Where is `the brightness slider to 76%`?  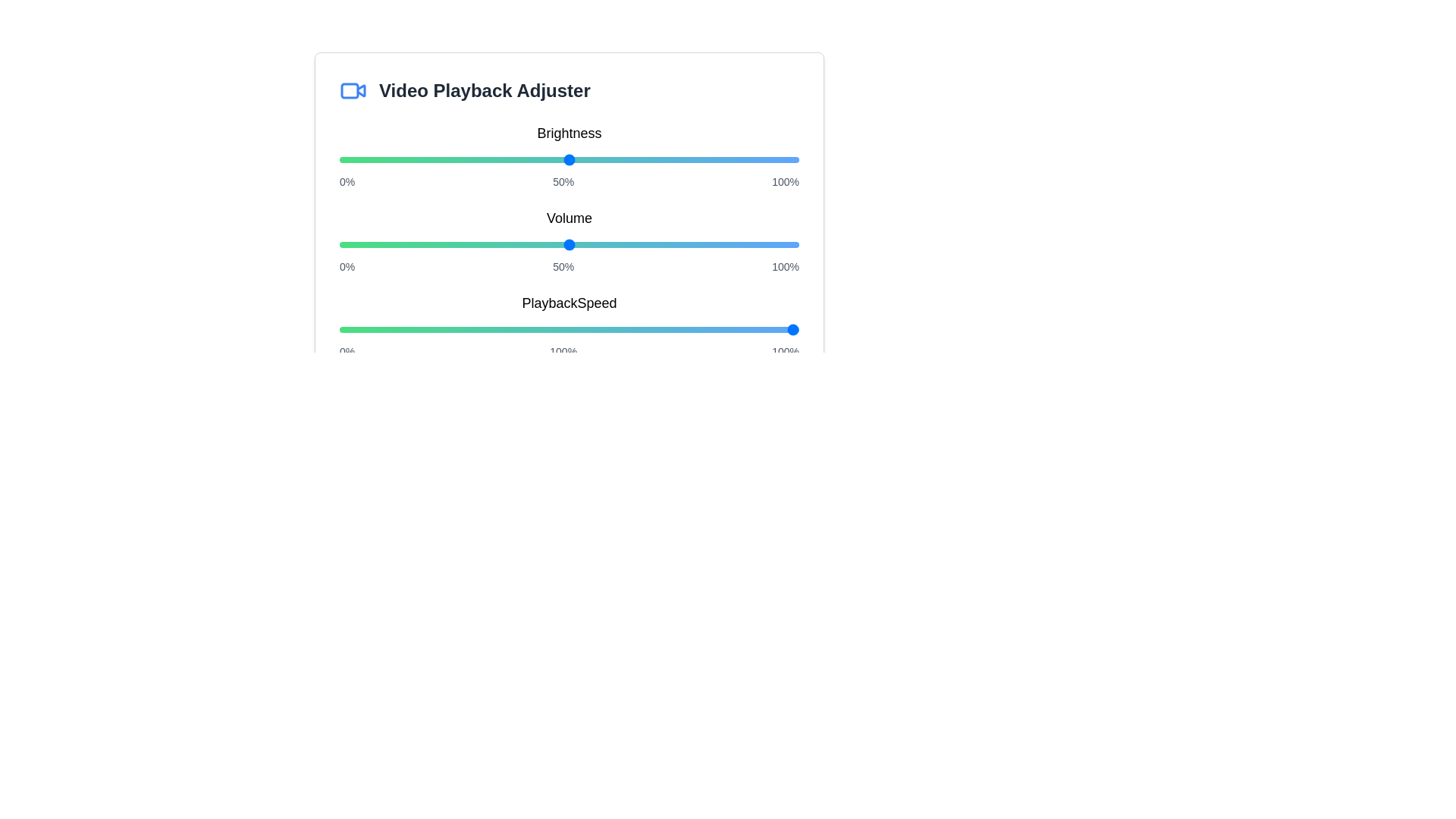 the brightness slider to 76% is located at coordinates (688, 160).